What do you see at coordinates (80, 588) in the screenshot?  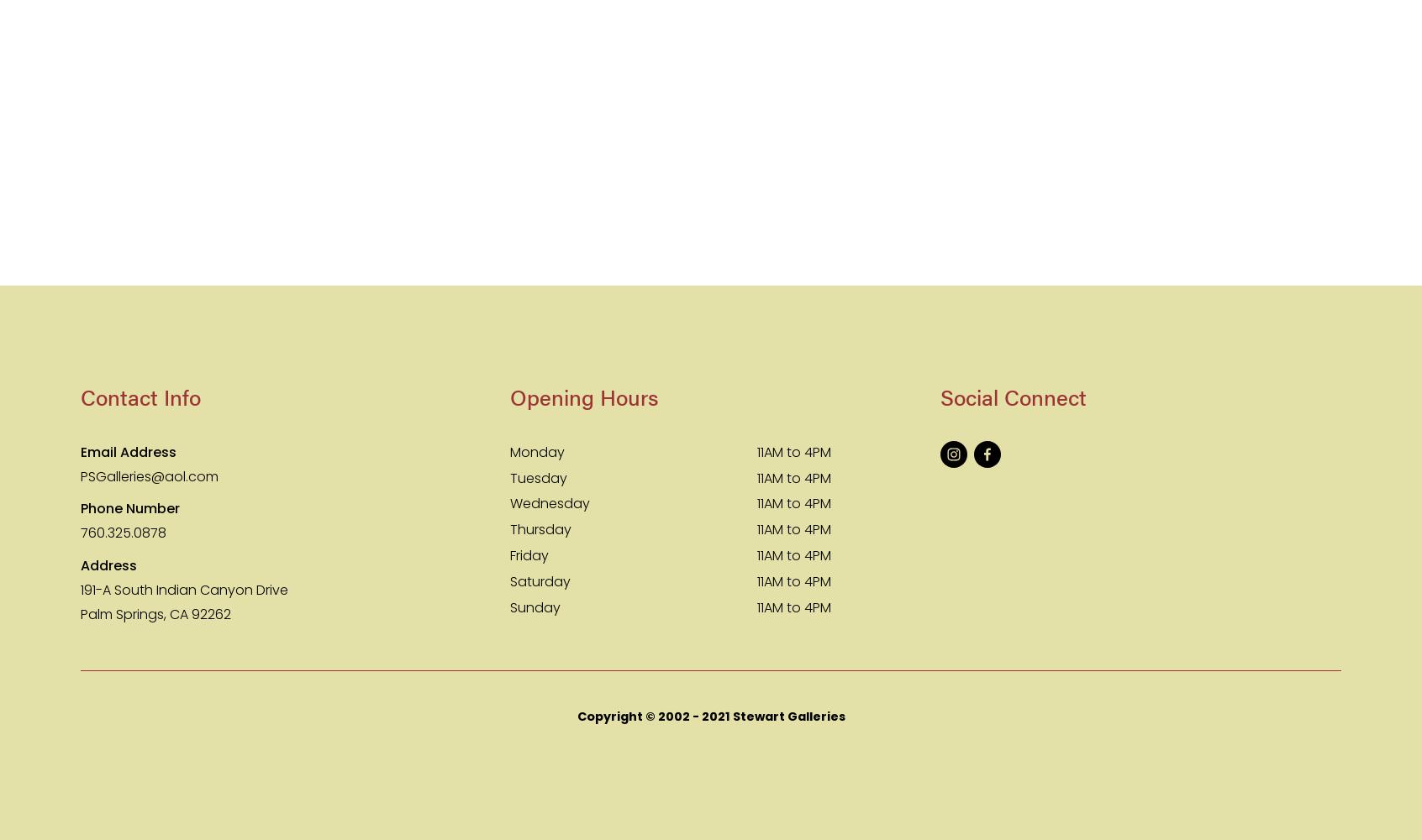 I see `'191-A South Indian Canyon Drive'` at bounding box center [80, 588].